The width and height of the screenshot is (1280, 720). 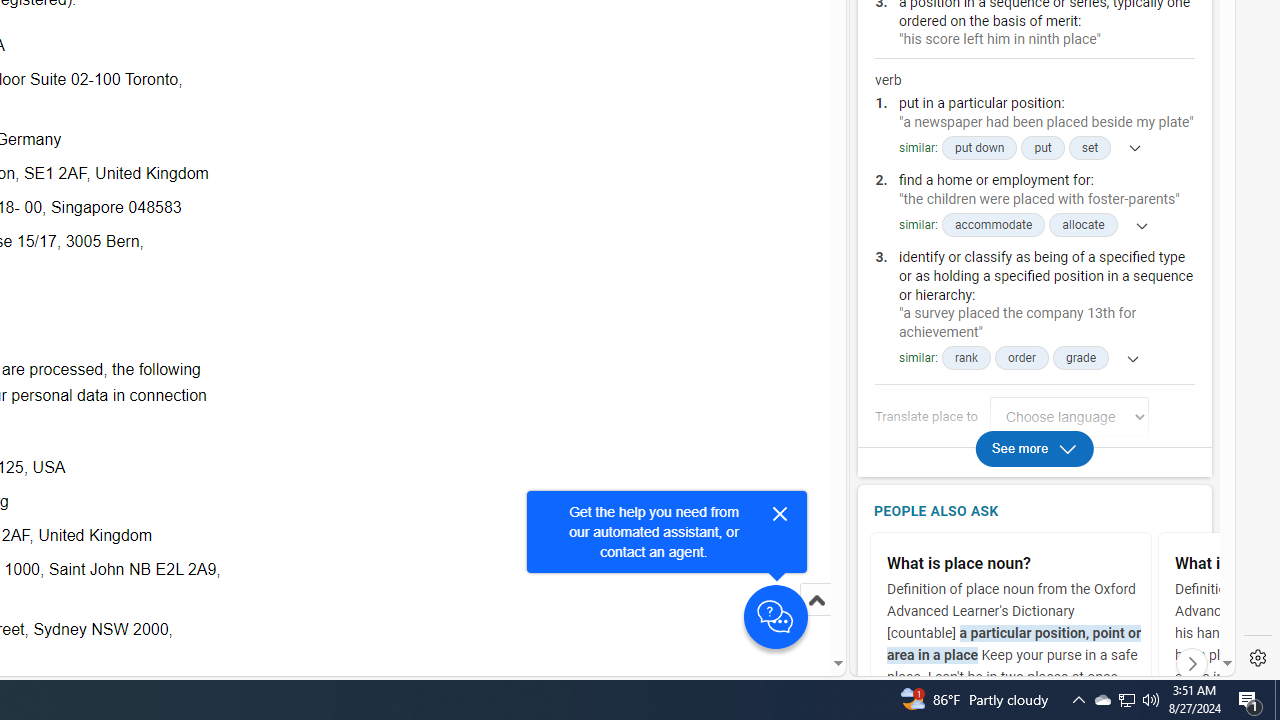 What do you see at coordinates (1088, 147) in the screenshot?
I see `'set'` at bounding box center [1088, 147].